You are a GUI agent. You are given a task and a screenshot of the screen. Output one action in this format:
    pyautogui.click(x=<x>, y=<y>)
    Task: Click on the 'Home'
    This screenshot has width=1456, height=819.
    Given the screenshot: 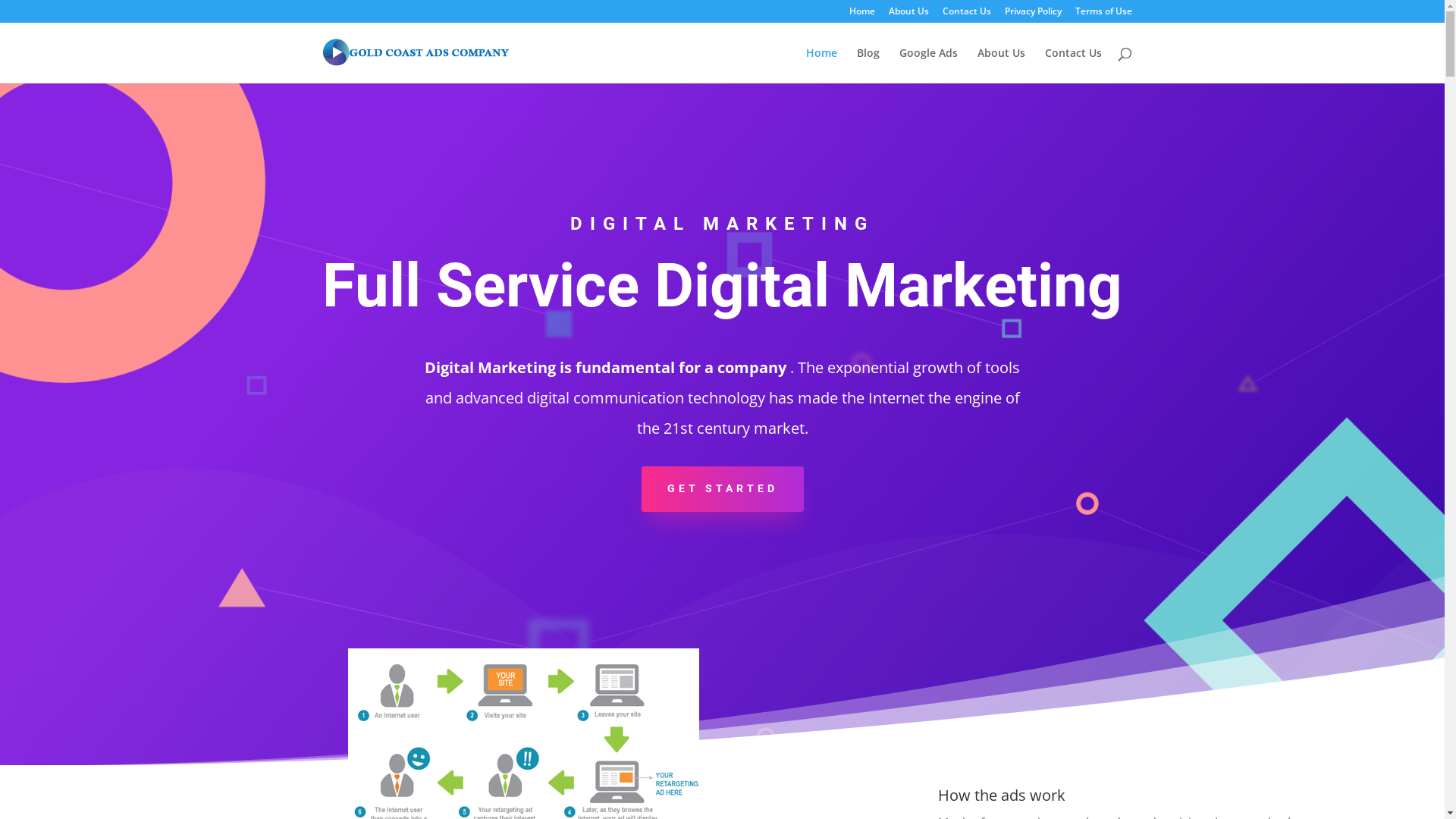 What is the action you would take?
    pyautogui.click(x=862, y=14)
    